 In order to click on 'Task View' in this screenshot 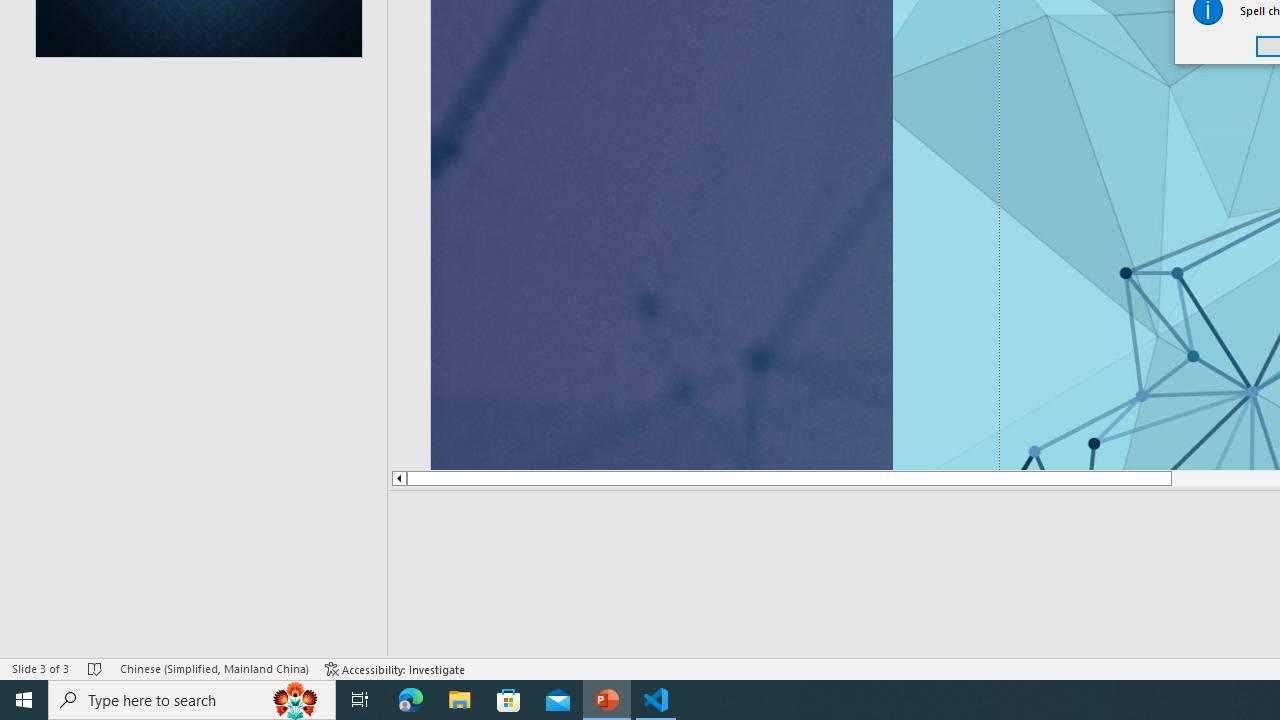, I will do `click(359, 698)`.